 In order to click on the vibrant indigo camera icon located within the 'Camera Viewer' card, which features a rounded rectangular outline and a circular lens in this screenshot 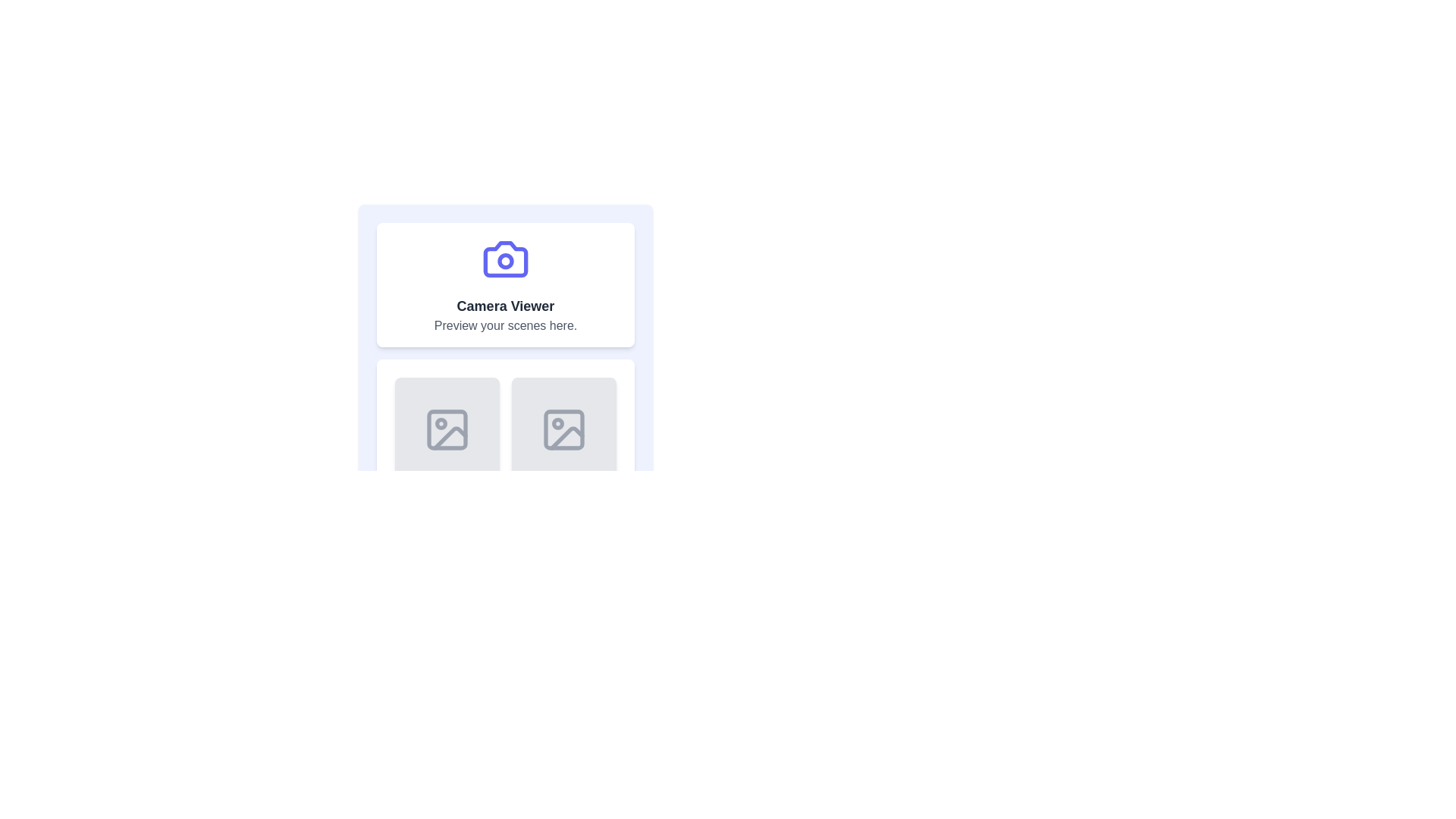, I will do `click(506, 259)`.